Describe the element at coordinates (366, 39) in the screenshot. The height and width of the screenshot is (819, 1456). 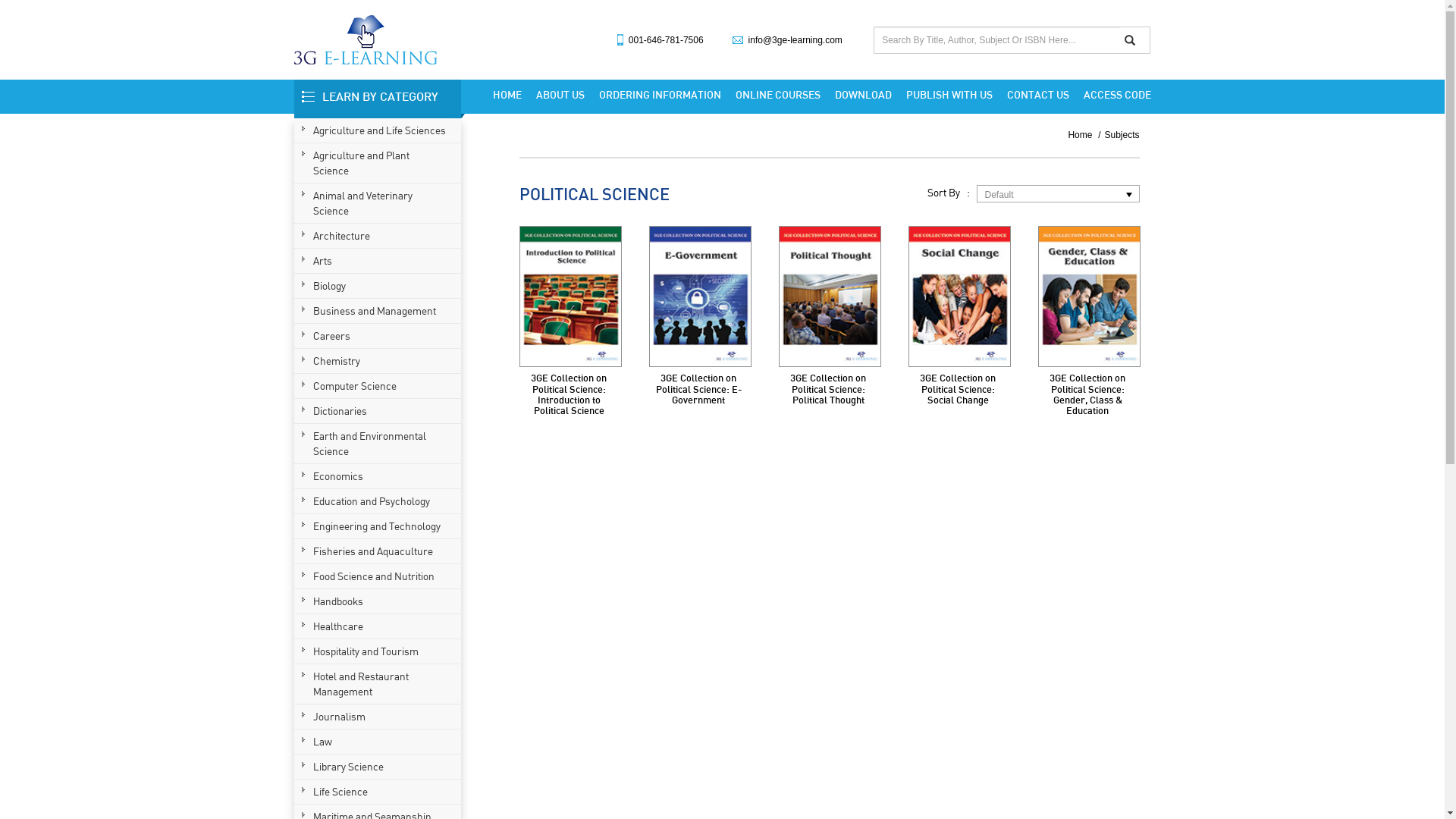
I see `'3G Learning'` at that location.